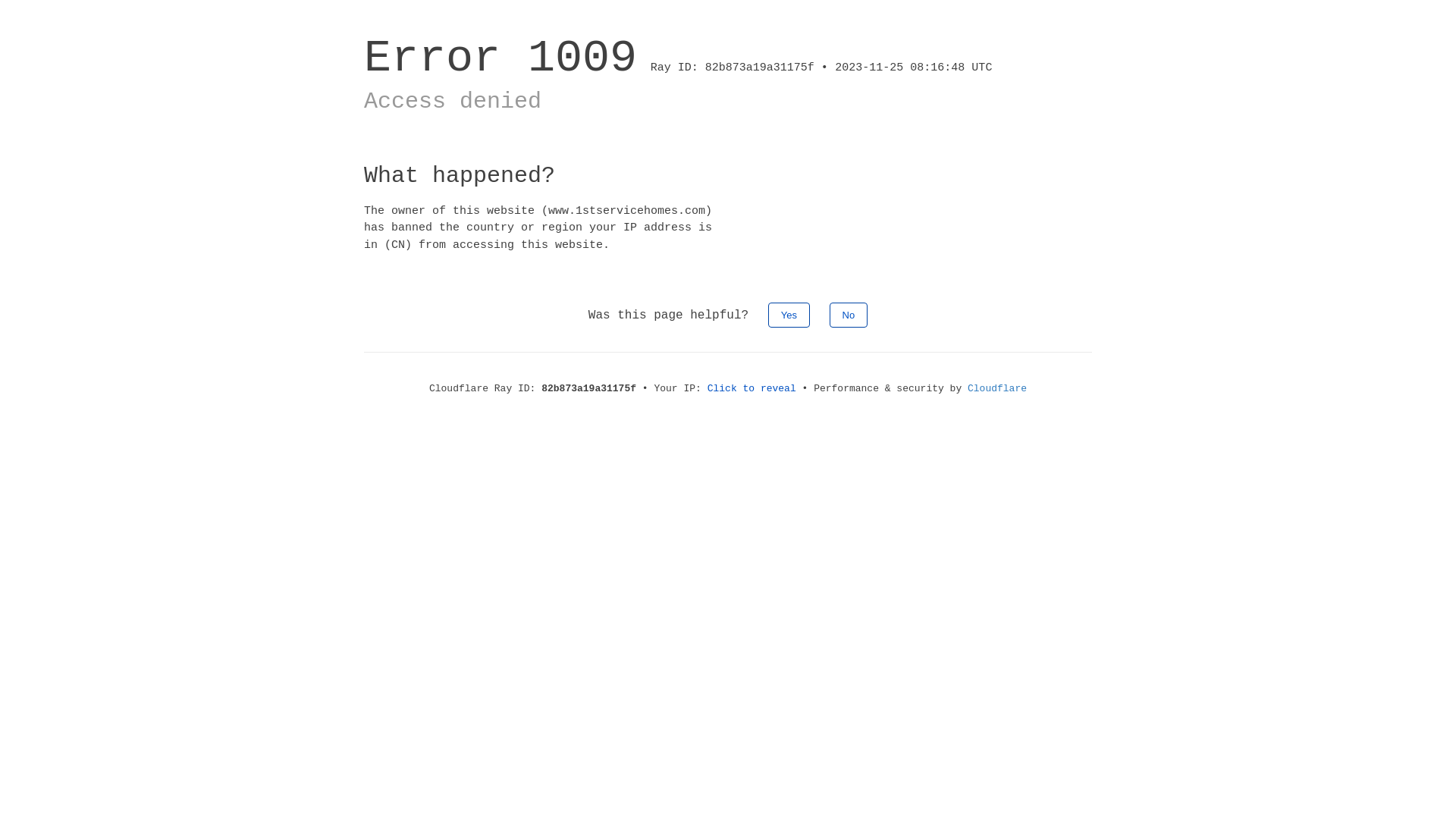  What do you see at coordinates (752, 388) in the screenshot?
I see `'Click to reveal'` at bounding box center [752, 388].